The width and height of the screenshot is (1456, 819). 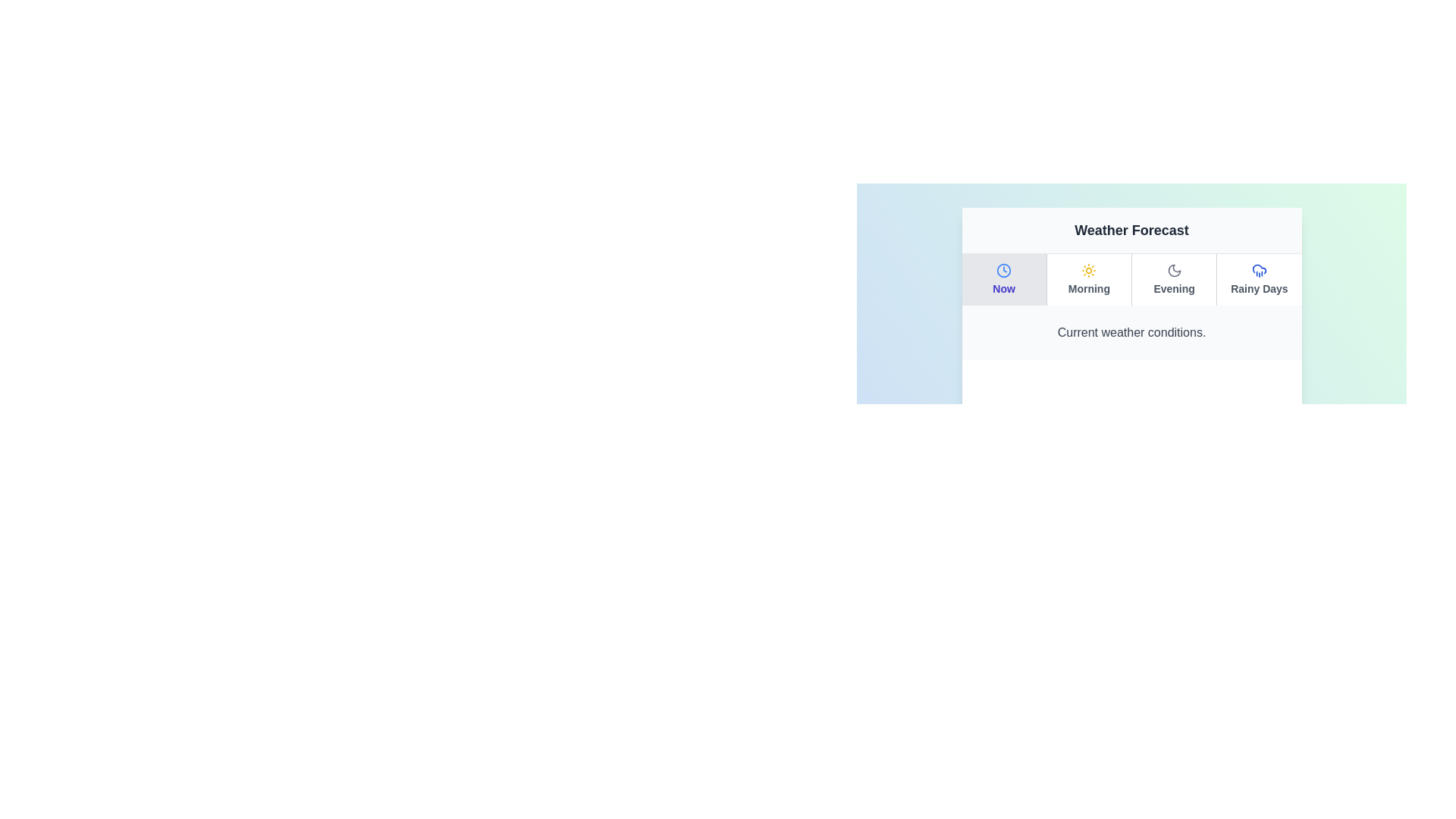 What do you see at coordinates (1173, 289) in the screenshot?
I see `the 'Evening' static text label in the weather navigation menu` at bounding box center [1173, 289].